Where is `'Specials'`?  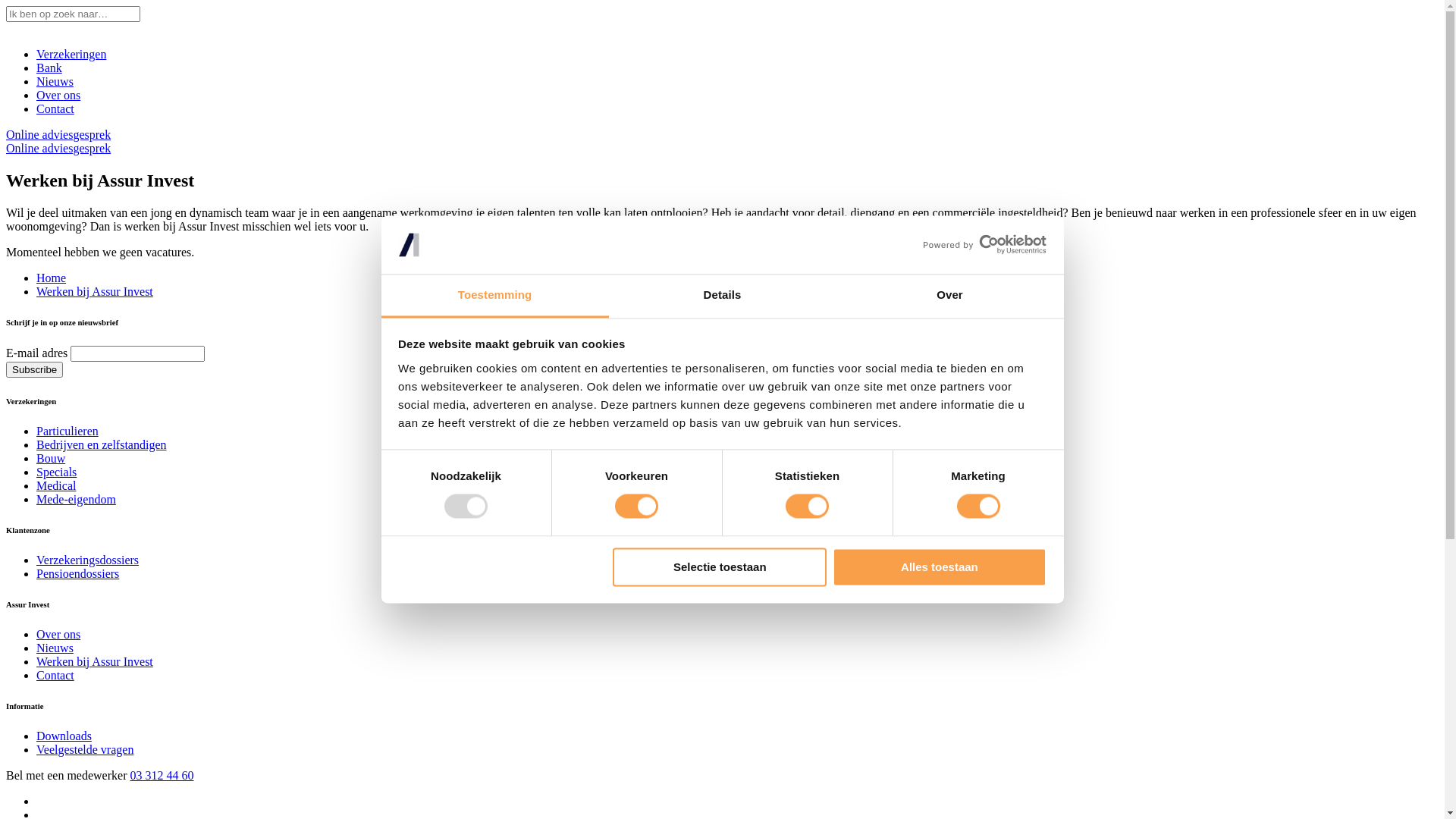 'Specials' is located at coordinates (56, 471).